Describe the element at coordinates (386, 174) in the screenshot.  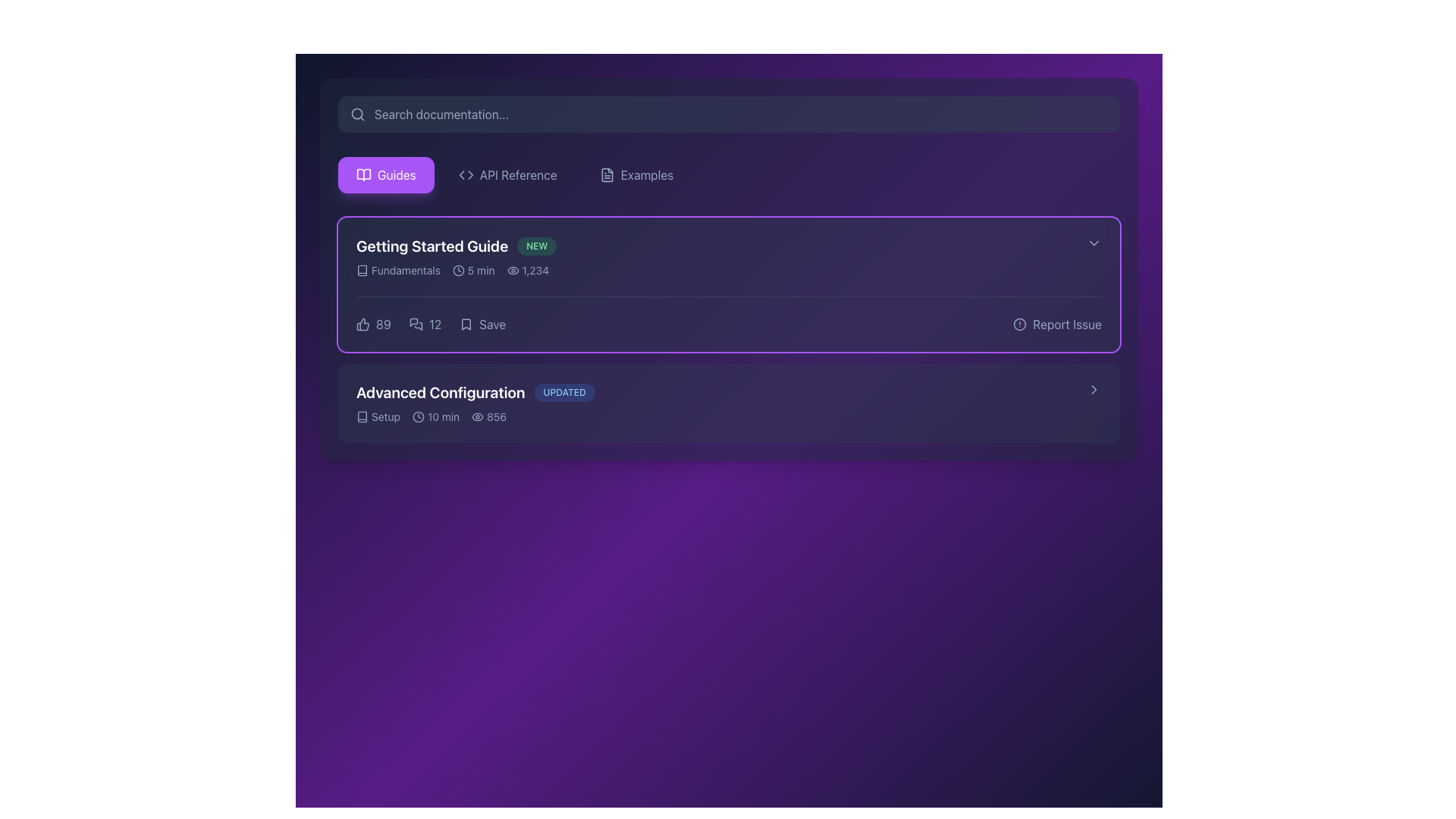
I see `the 'Guides' button, which has a vibrant purple background, rounded corners, and white text` at that location.